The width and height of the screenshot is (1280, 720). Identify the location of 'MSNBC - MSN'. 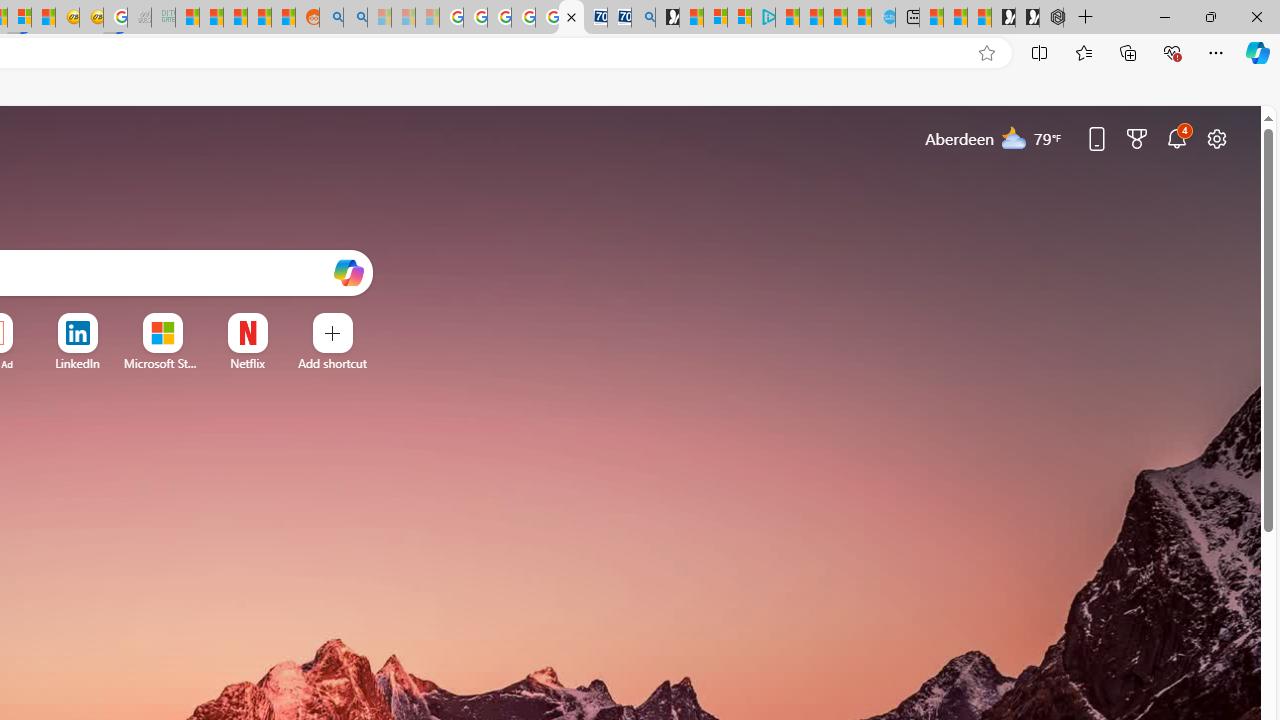
(186, 17).